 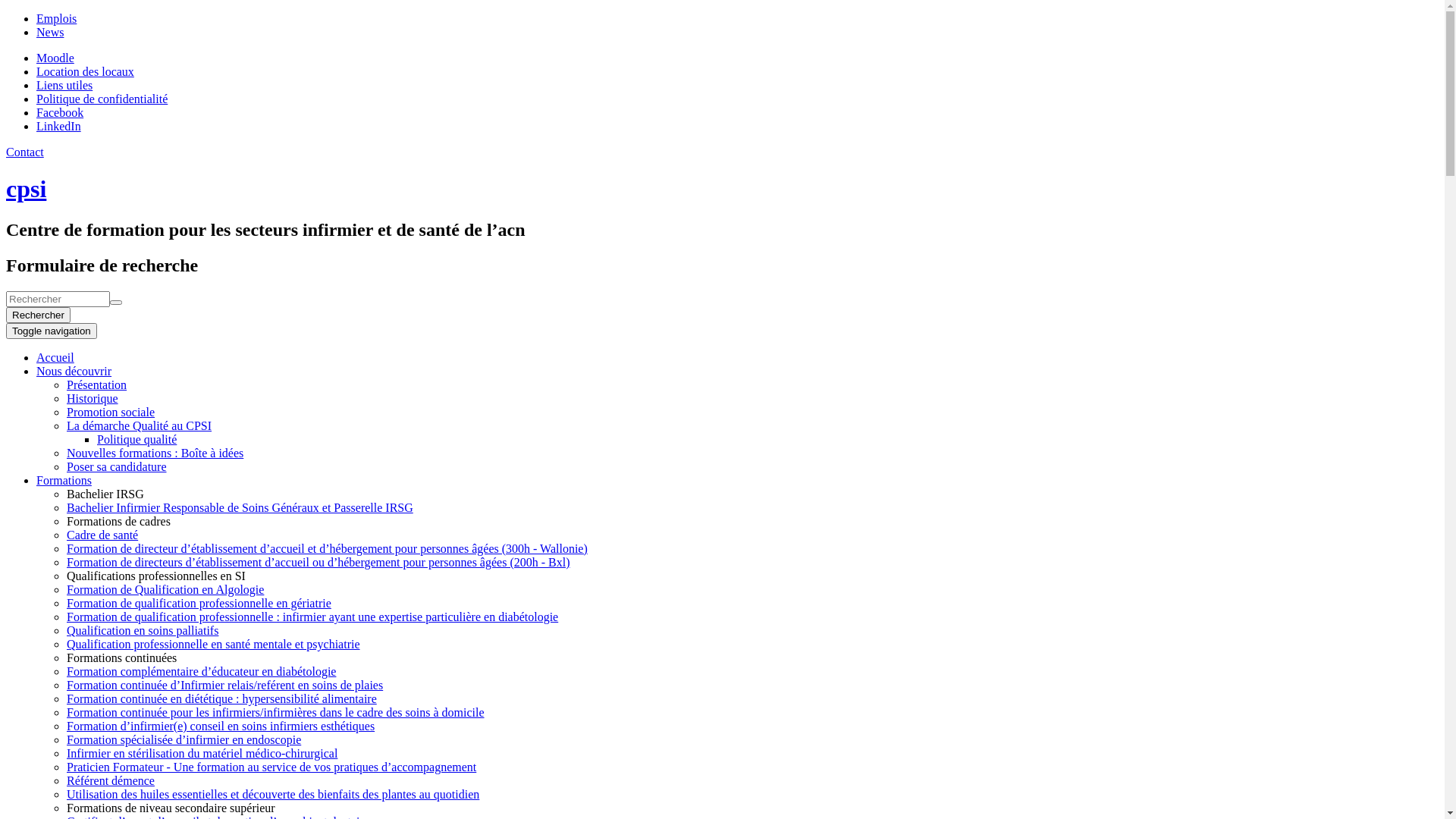 What do you see at coordinates (91, 397) in the screenshot?
I see `'Historique'` at bounding box center [91, 397].